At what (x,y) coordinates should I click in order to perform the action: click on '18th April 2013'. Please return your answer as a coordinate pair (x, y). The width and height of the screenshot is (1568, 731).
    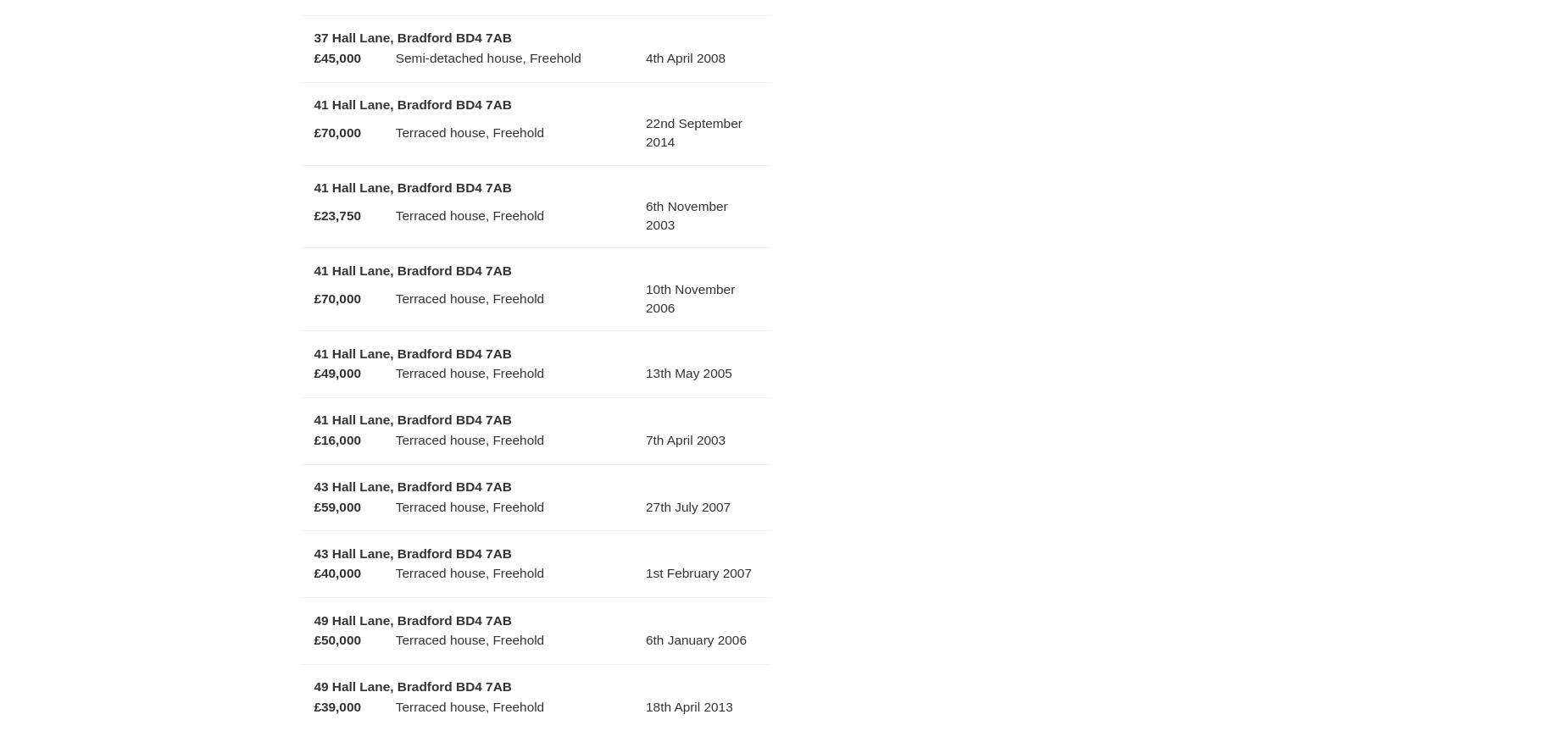
    Looking at the image, I should click on (689, 705).